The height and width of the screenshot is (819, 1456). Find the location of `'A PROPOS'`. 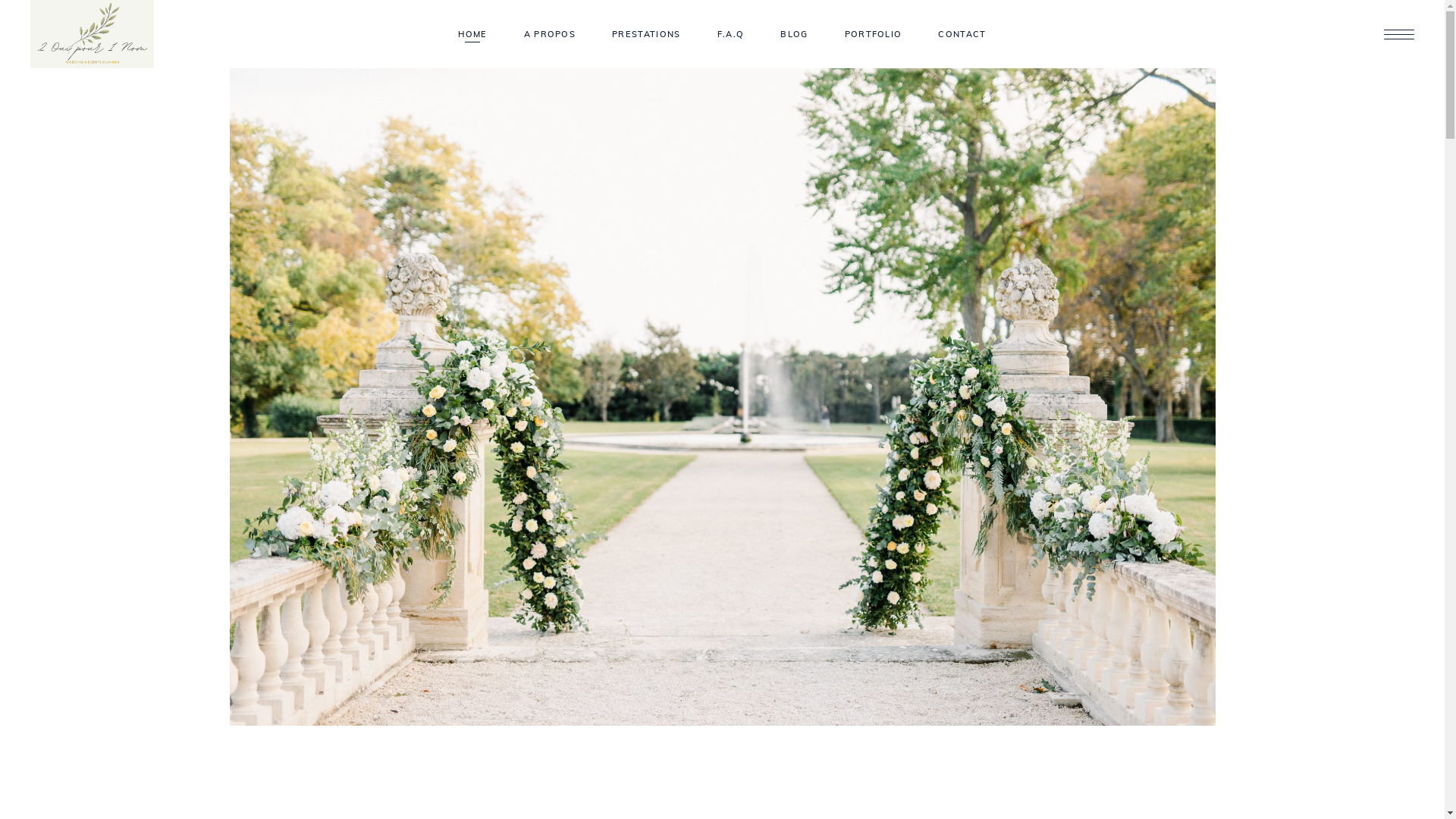

'A PROPOS' is located at coordinates (549, 34).